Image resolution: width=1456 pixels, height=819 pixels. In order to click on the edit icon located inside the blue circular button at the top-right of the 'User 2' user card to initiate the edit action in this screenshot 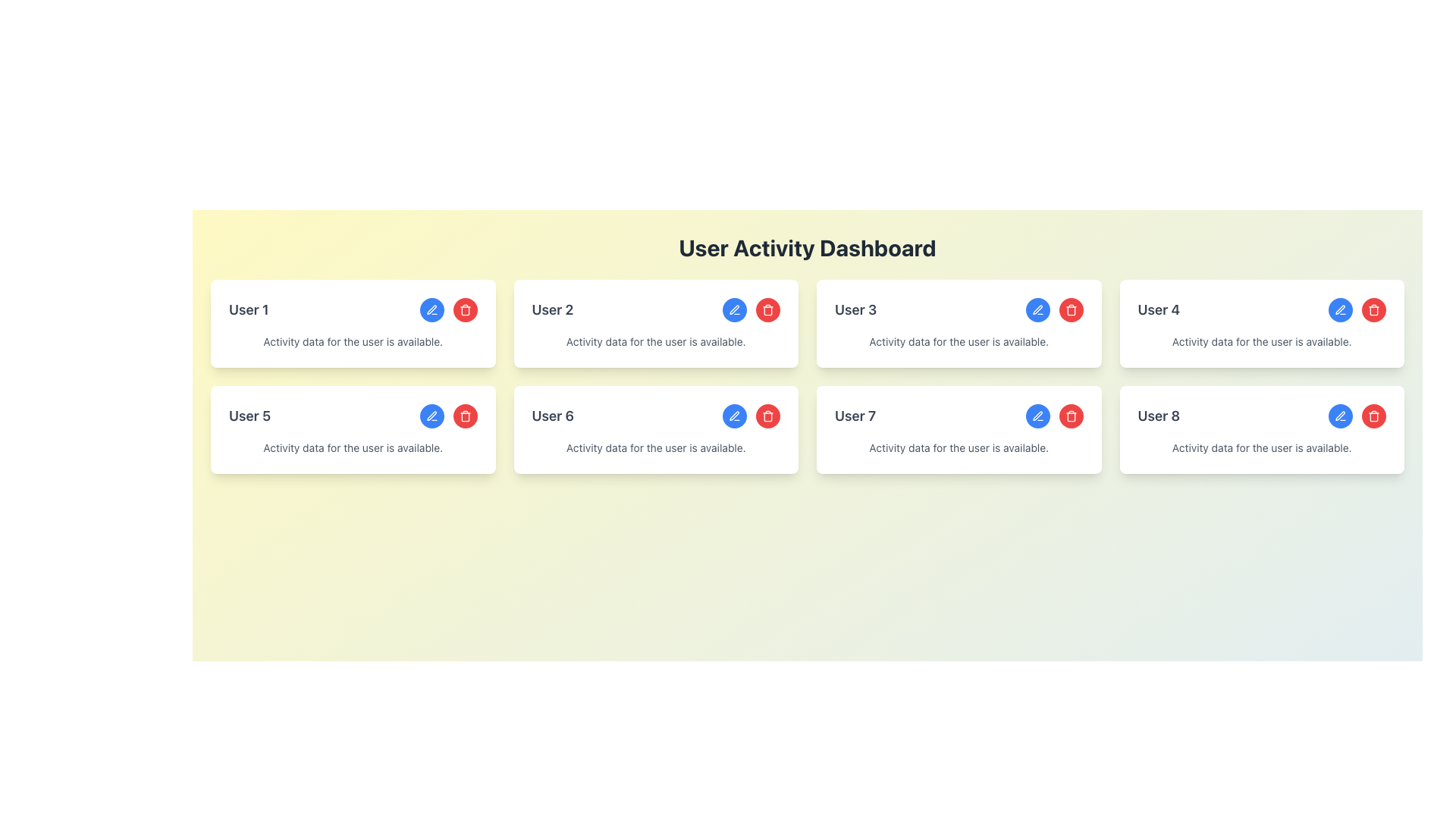, I will do `click(735, 309)`.